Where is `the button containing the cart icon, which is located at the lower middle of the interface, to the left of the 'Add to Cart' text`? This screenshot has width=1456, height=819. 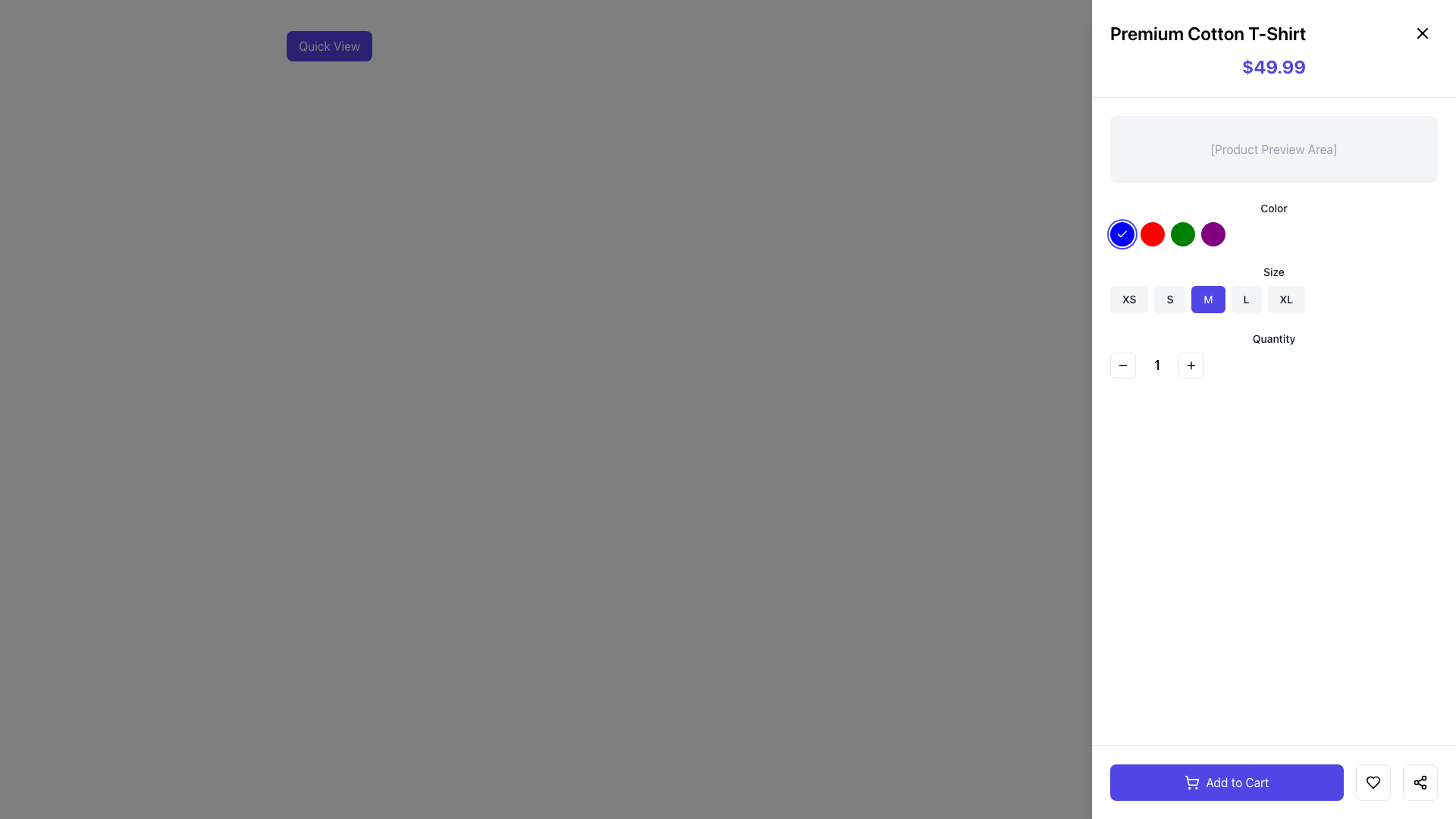
the button containing the cart icon, which is located at the lower middle of the interface, to the left of the 'Add to Cart' text is located at coordinates (1191, 783).